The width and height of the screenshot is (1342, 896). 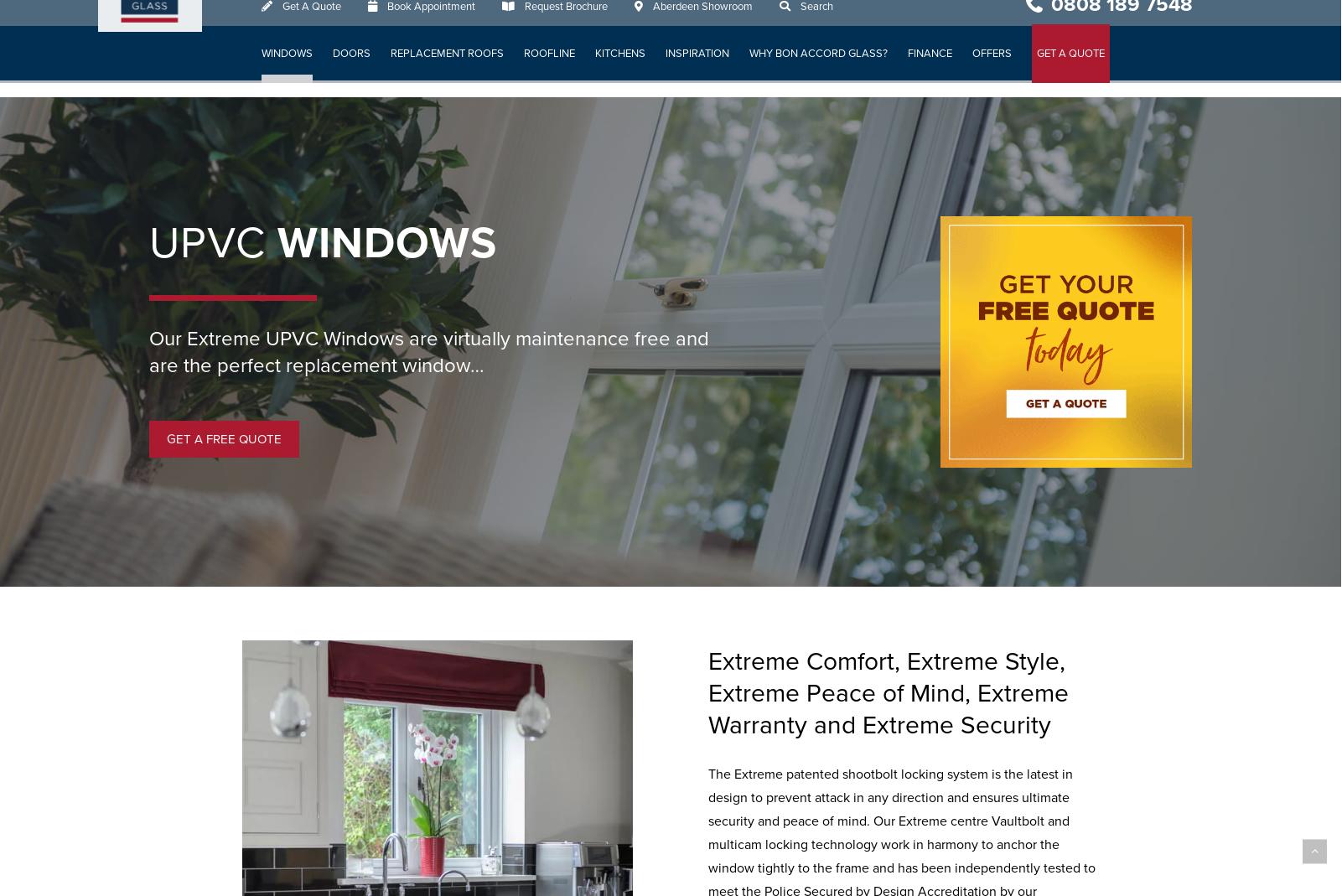 What do you see at coordinates (619, 67) in the screenshot?
I see `'Kitchens'` at bounding box center [619, 67].